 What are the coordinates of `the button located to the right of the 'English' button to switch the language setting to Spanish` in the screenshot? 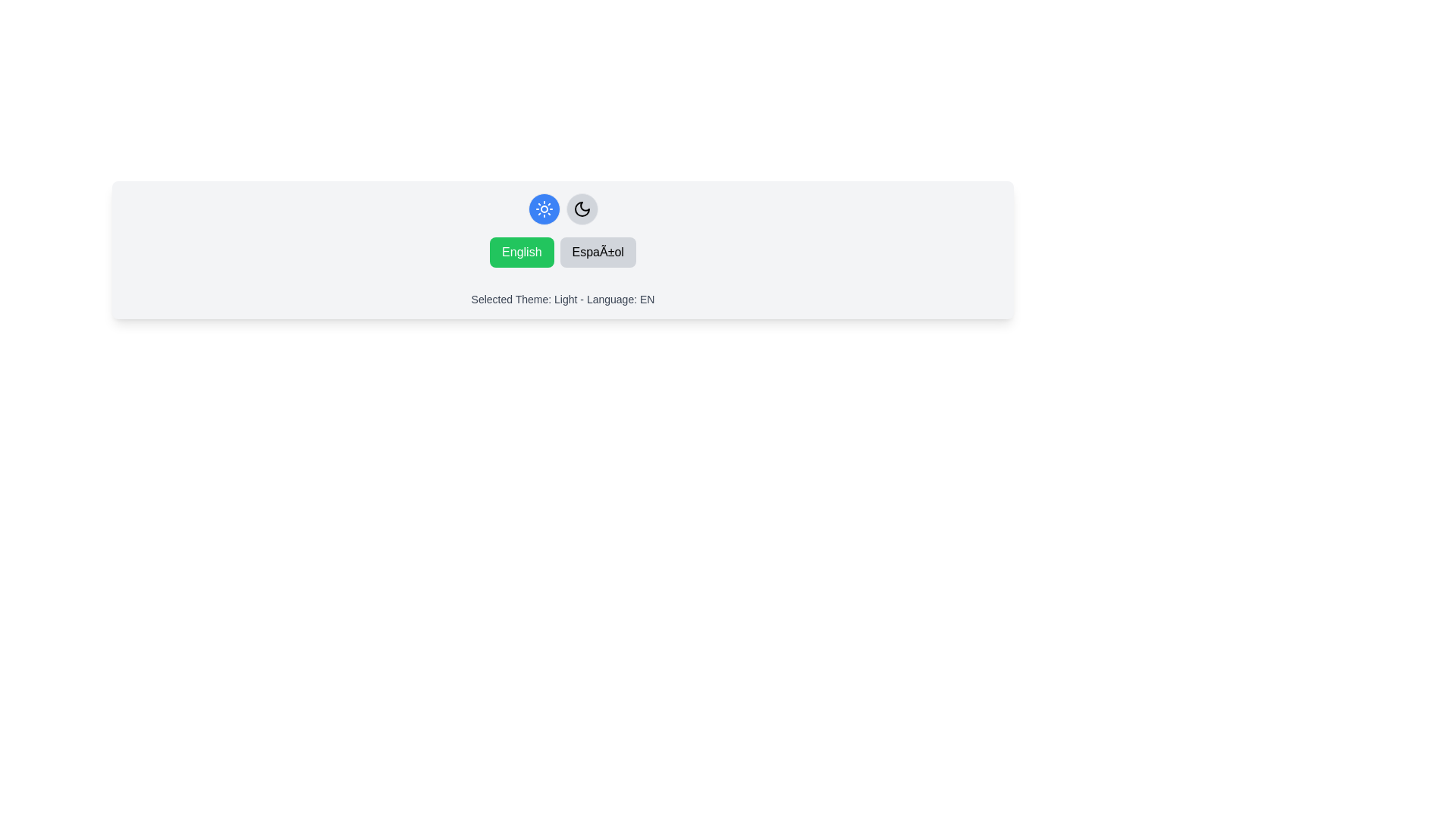 It's located at (597, 251).